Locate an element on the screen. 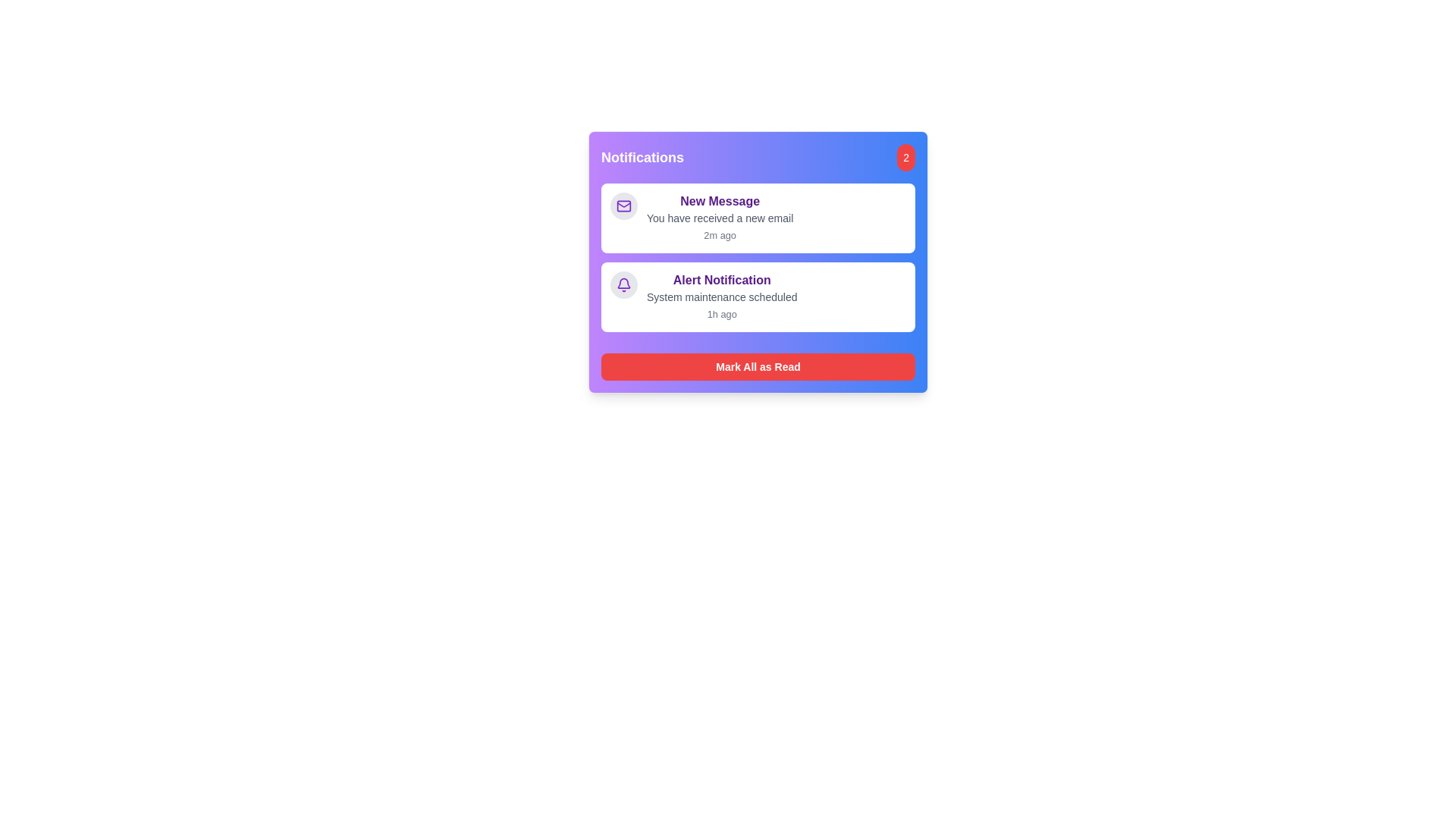 This screenshot has height=819, width=1456. the Notification panel, which is a rectangular pop-up styled notification box with a gradient background and the title 'Notifications' at the top is located at coordinates (923, 291).